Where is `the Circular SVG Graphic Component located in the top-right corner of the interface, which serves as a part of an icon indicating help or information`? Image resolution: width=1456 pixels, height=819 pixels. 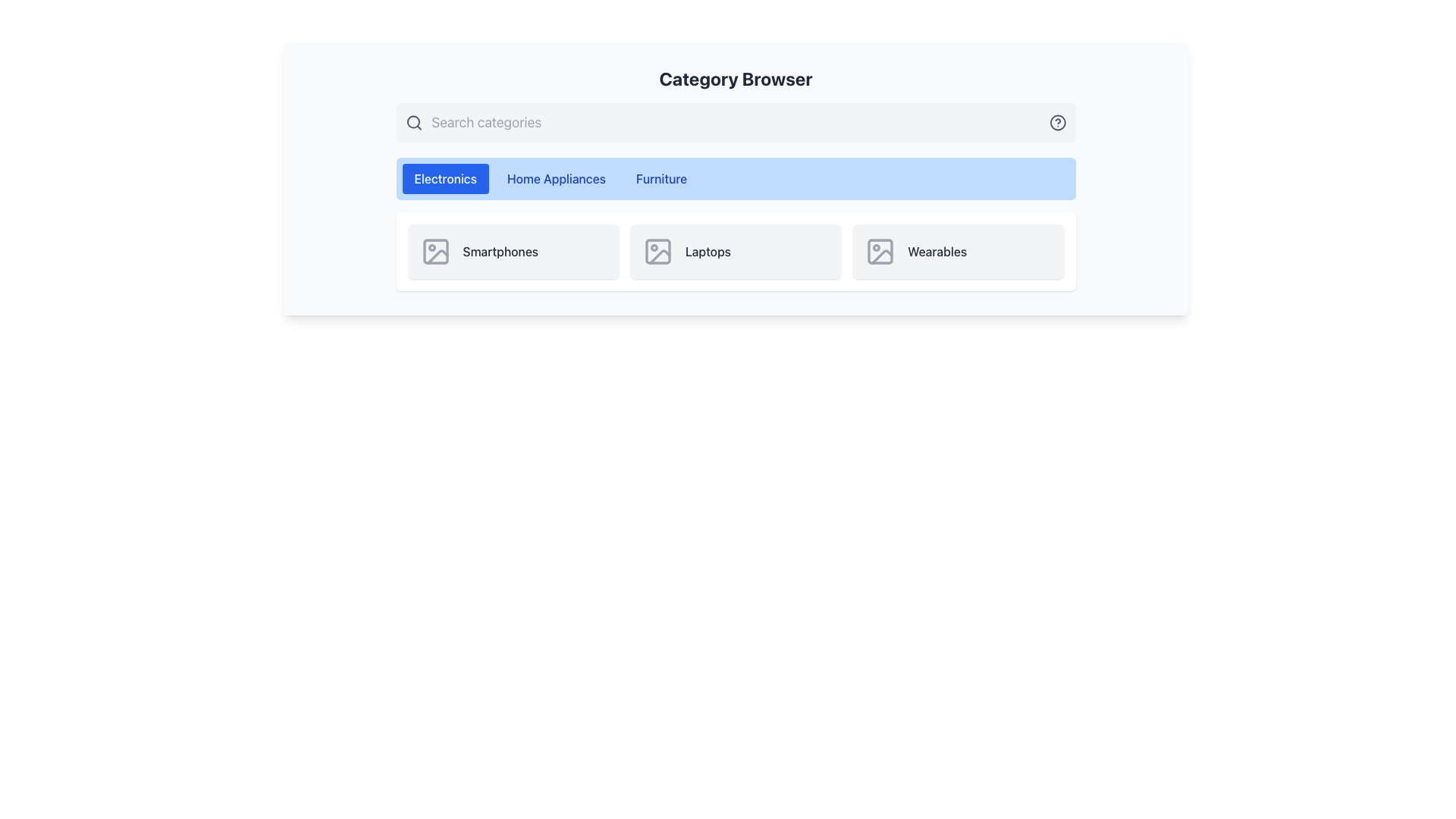 the Circular SVG Graphic Component located in the top-right corner of the interface, which serves as a part of an icon indicating help or information is located at coordinates (1057, 122).